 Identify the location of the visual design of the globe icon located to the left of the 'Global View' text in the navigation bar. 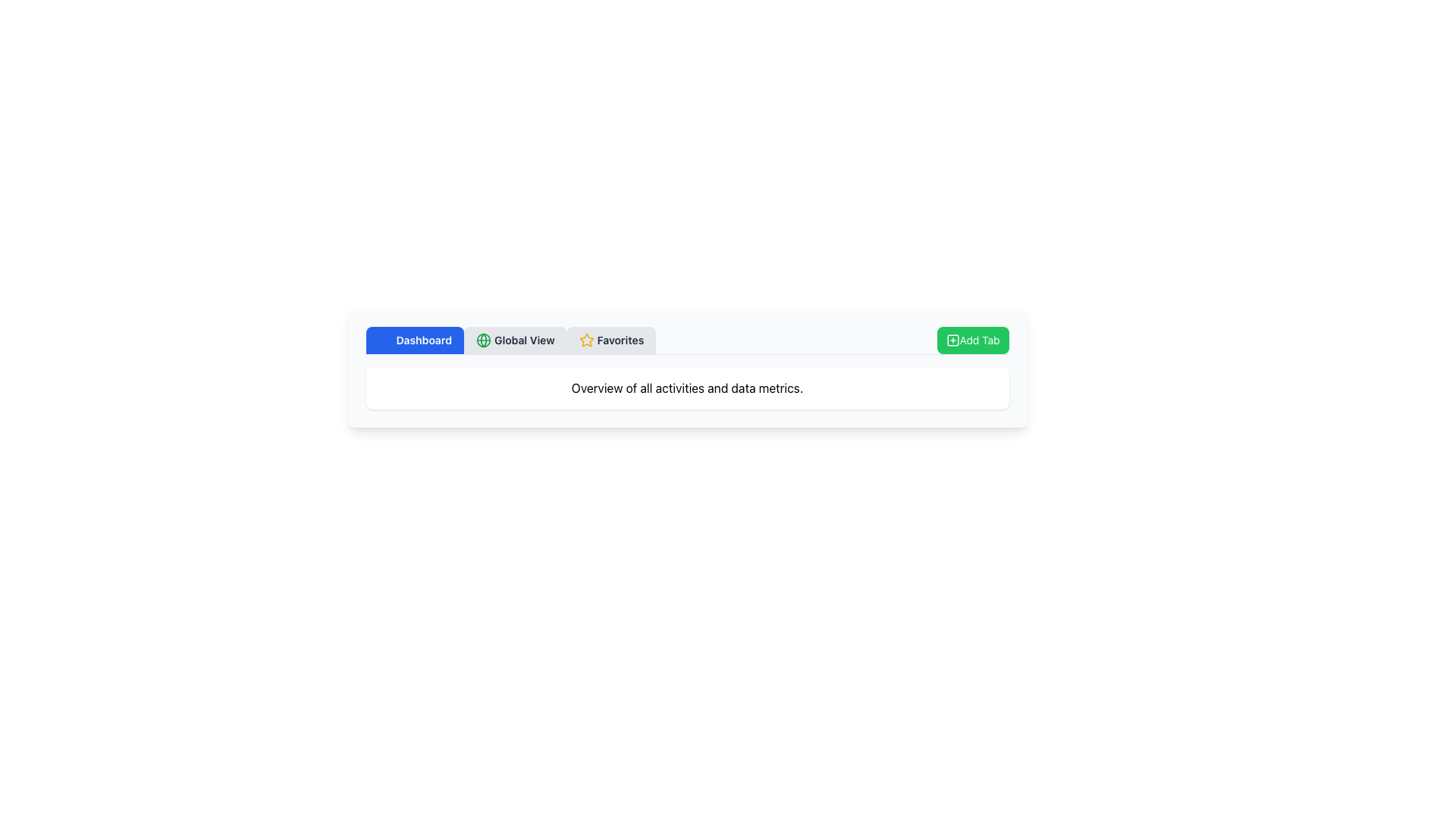
(483, 339).